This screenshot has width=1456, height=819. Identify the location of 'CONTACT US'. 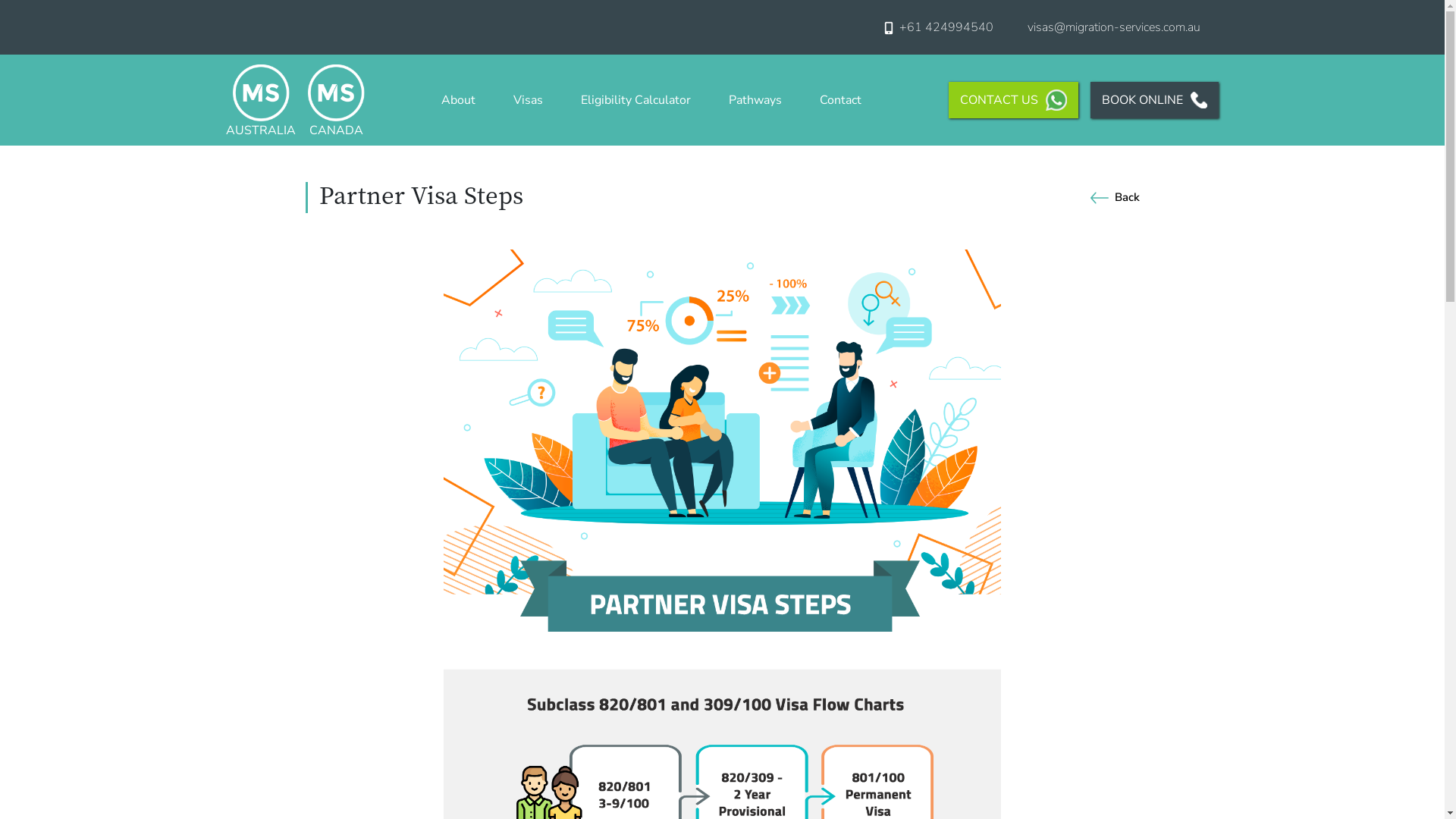
(948, 99).